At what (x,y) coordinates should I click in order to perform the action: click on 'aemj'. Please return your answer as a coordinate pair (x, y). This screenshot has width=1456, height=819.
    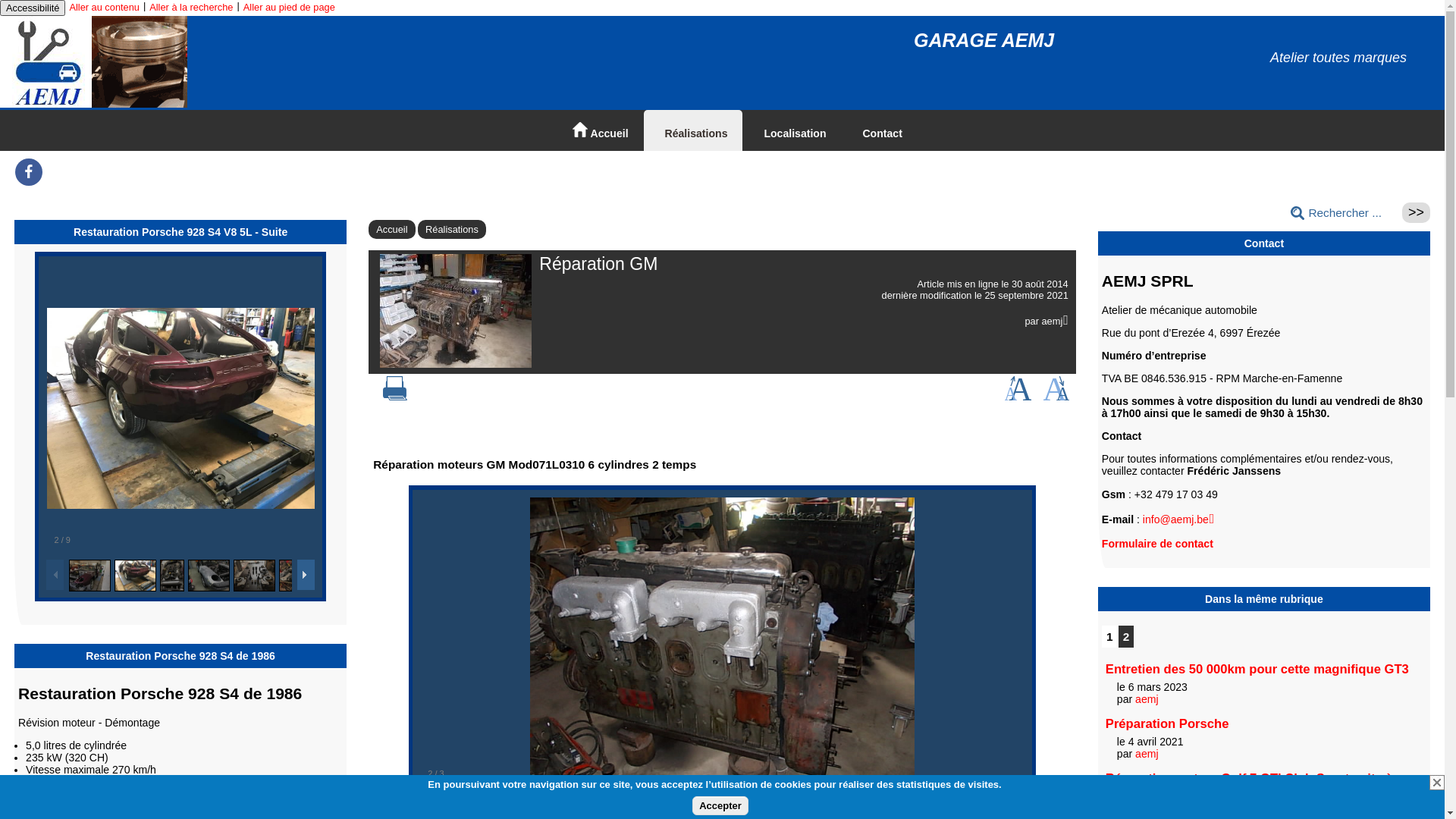
    Looking at the image, I should click on (1147, 698).